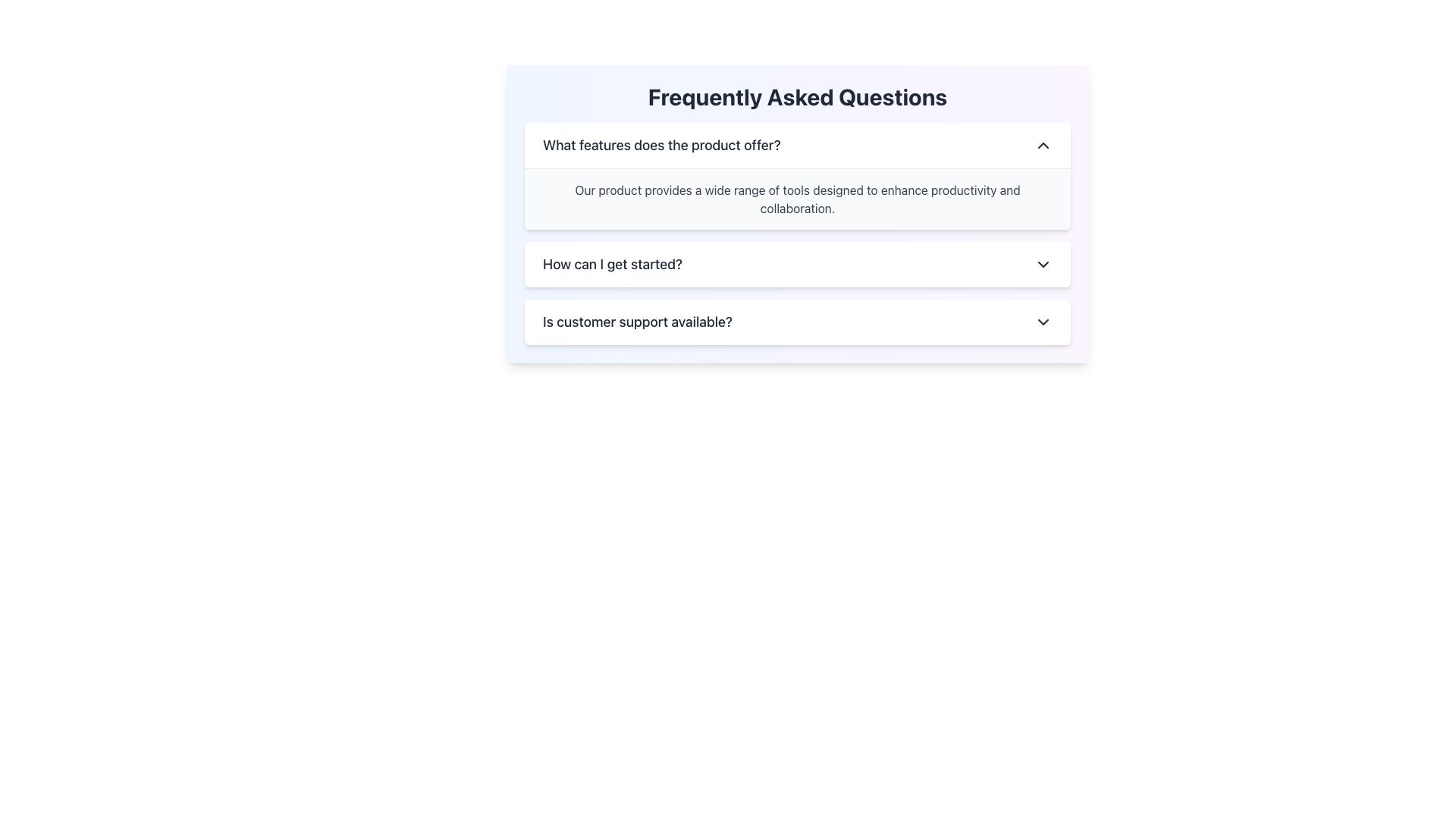  Describe the element at coordinates (1043, 321) in the screenshot. I see `the Chevron Icon that toggles the FAQ section about customer support availability` at that location.